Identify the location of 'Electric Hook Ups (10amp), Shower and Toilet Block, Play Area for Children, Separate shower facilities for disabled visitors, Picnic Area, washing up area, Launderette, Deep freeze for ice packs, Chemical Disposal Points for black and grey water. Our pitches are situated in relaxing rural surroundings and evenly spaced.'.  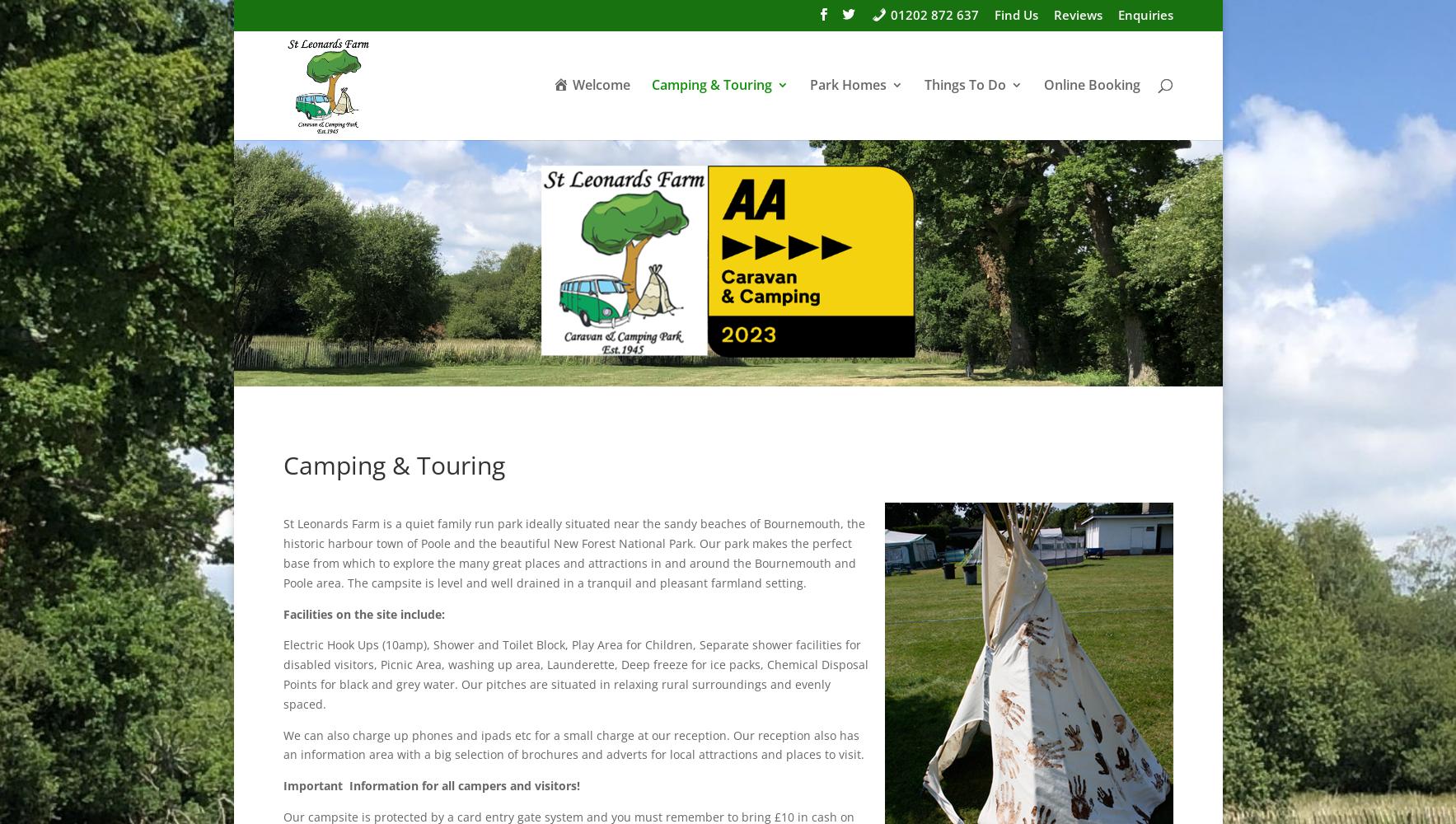
(574, 673).